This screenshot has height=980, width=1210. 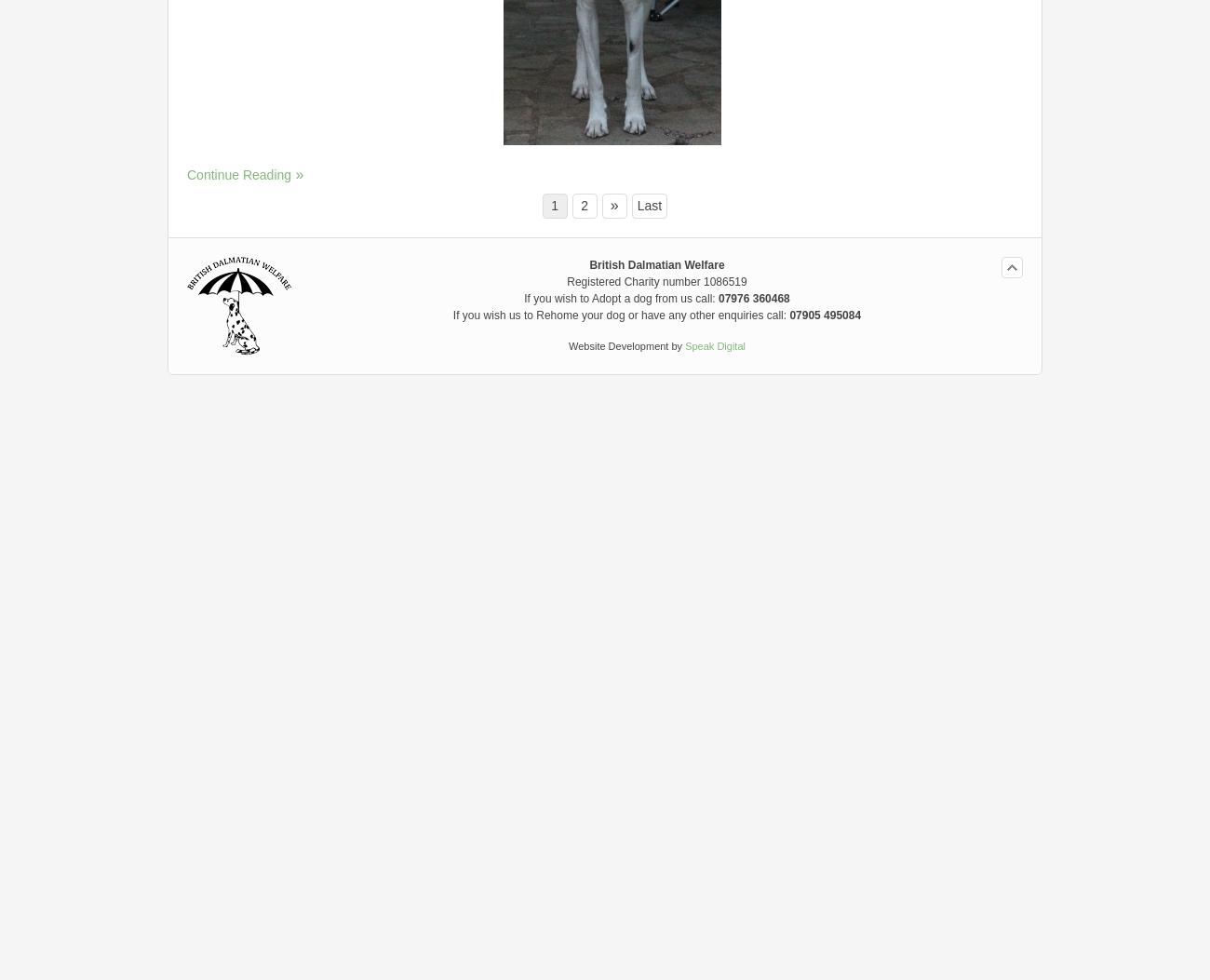 I want to click on 'If you wish us to Rehome your dog or have any other enquiries call:', so click(x=620, y=314).